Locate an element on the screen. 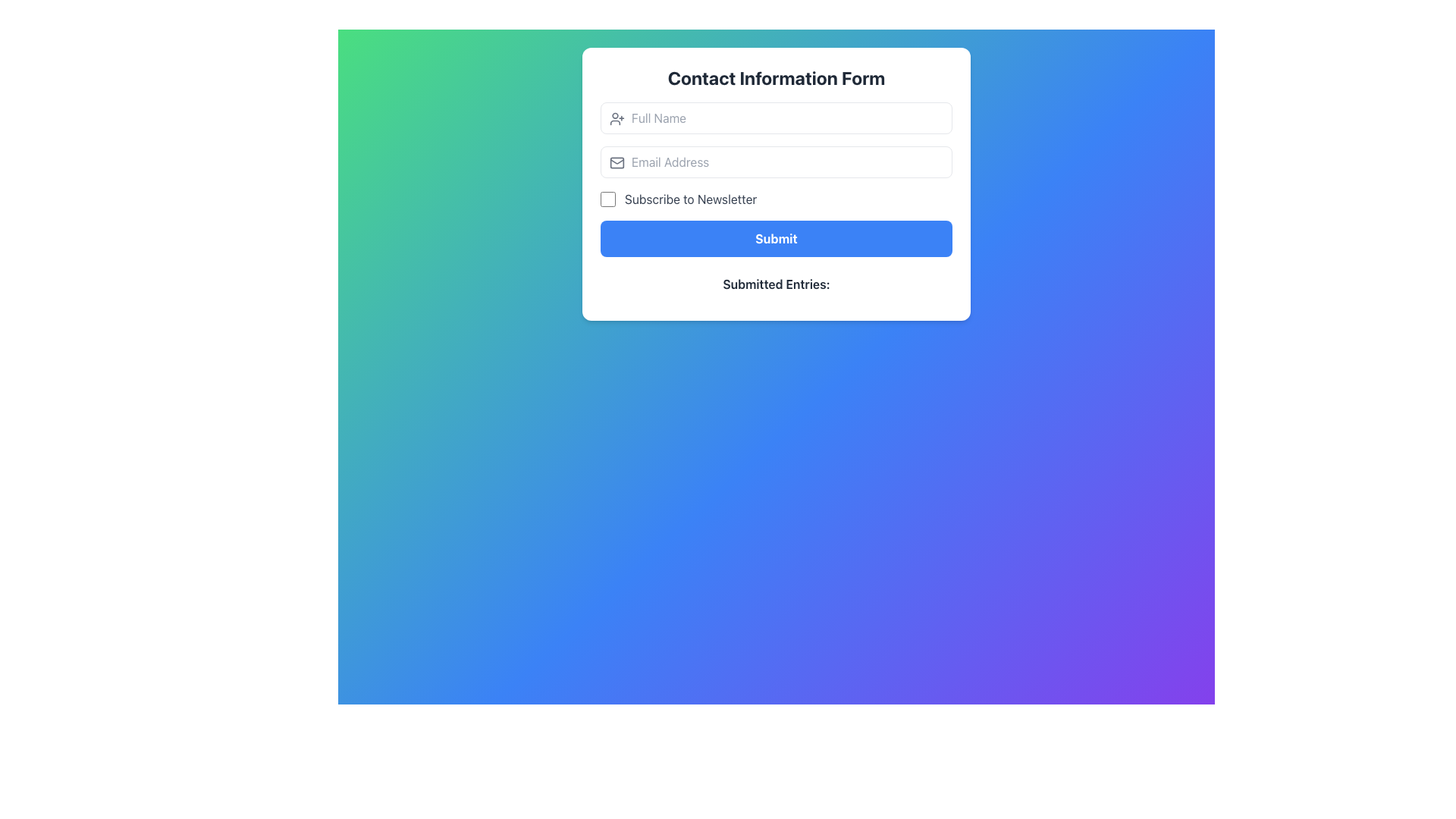  the rectangular component of the mail icon, which is styled with no fill and an outlined stroke, representing the body of an envelope located to the left of the email input field is located at coordinates (617, 163).